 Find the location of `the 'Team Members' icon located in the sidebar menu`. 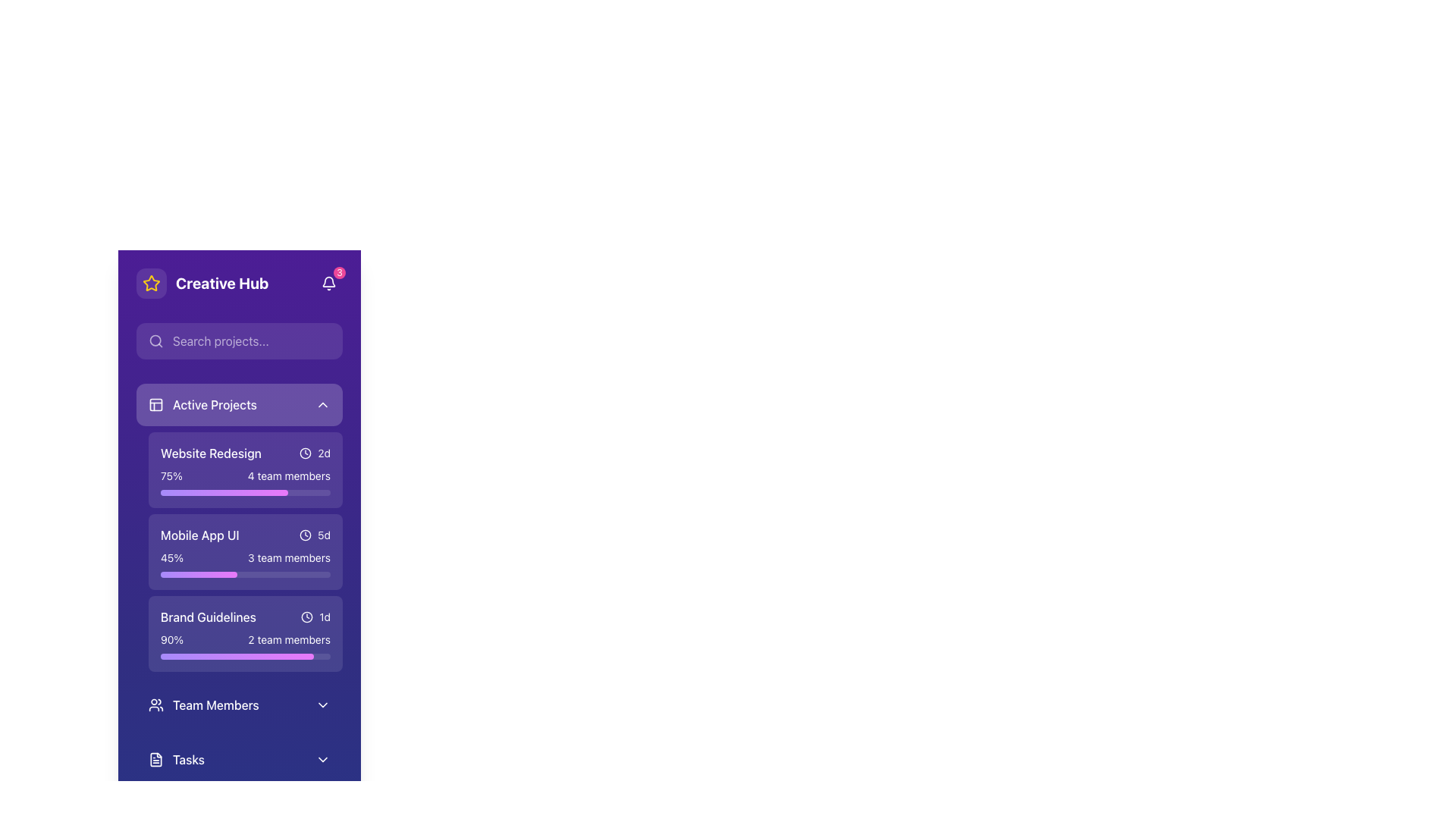

the 'Team Members' icon located in the sidebar menu is located at coordinates (156, 704).